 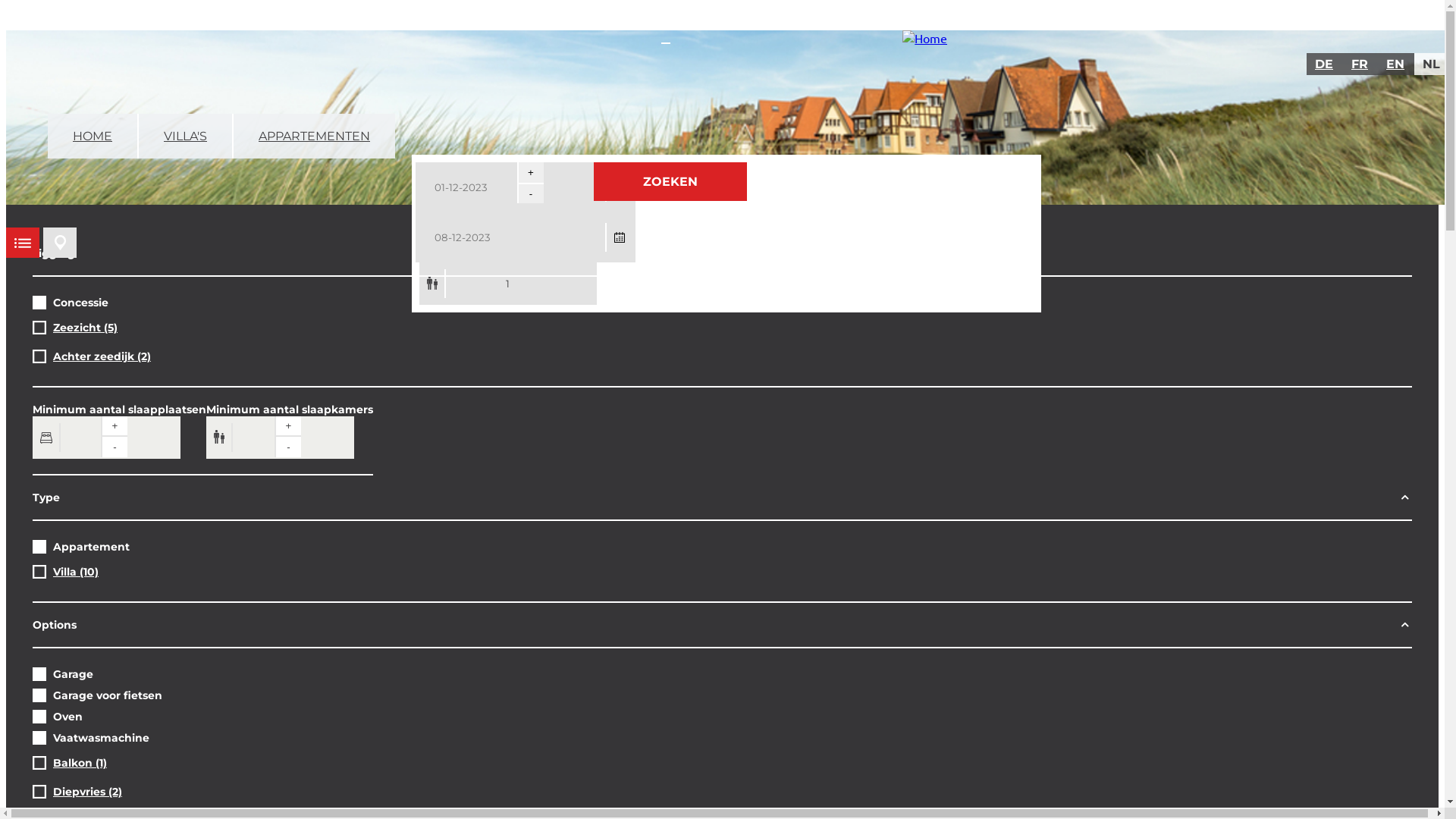 What do you see at coordinates (22, 242) in the screenshot?
I see `'list view'` at bounding box center [22, 242].